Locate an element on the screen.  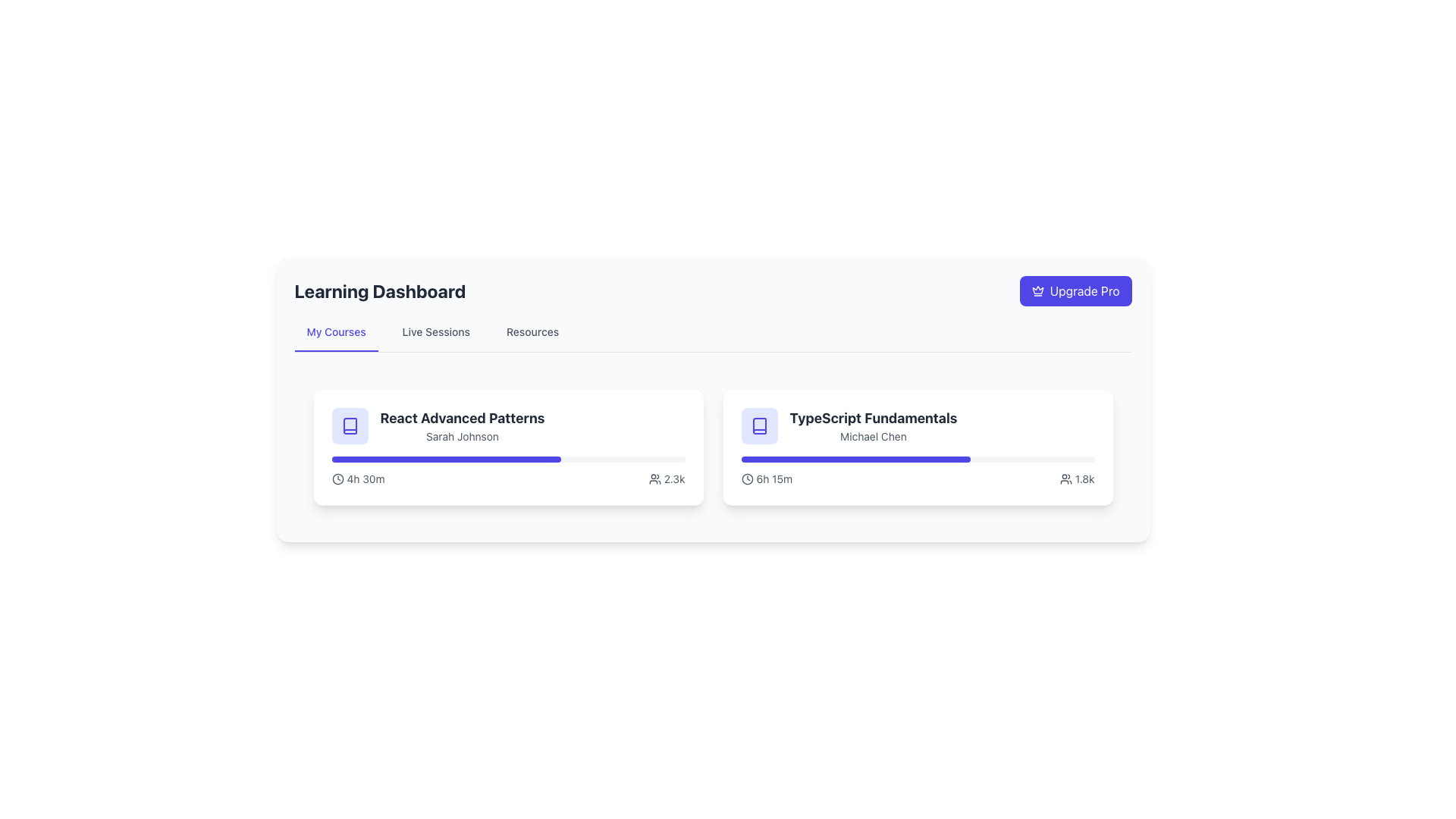
on the text display component titled 'TypeScript Fundamentals' is located at coordinates (917, 426).